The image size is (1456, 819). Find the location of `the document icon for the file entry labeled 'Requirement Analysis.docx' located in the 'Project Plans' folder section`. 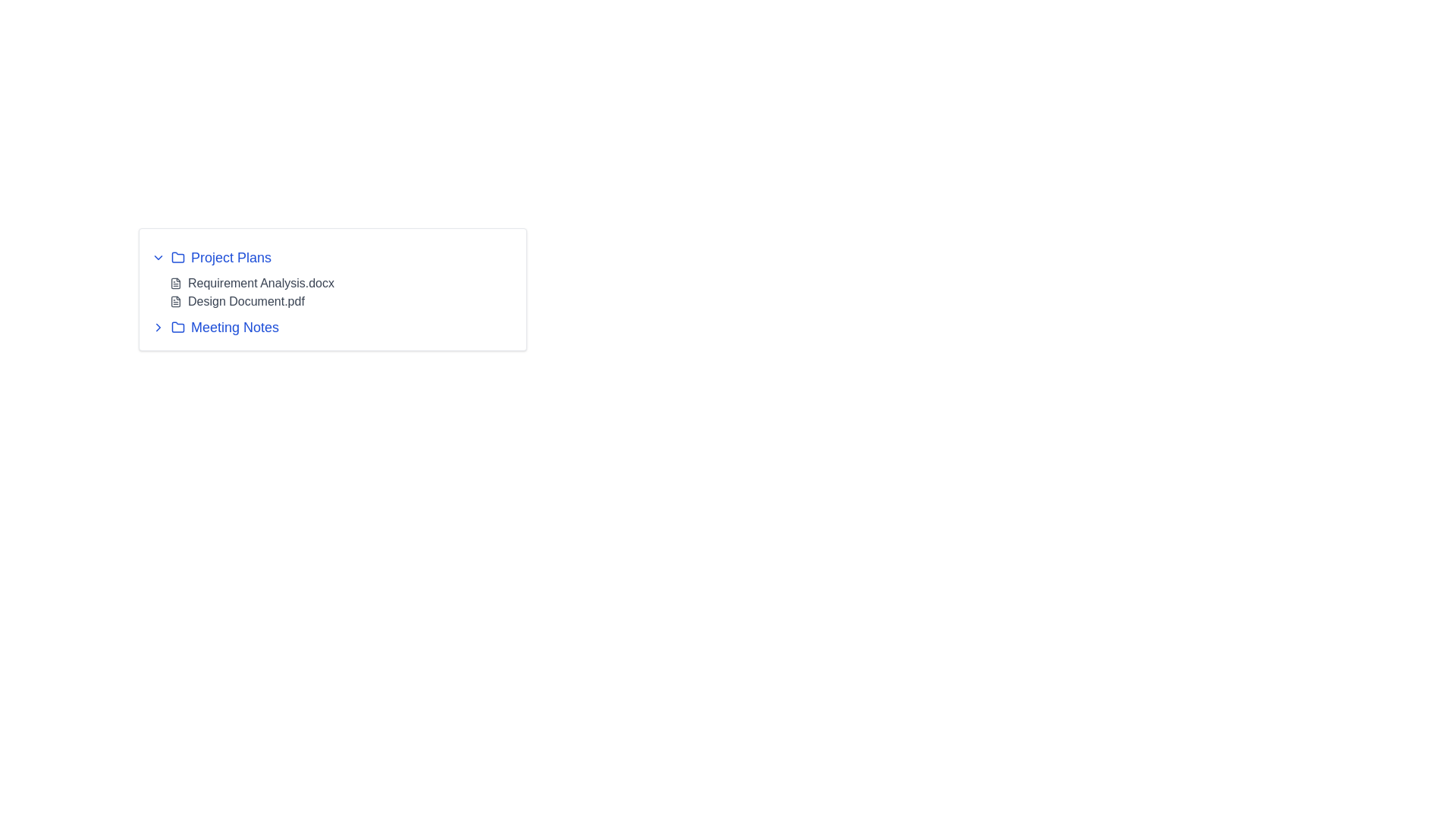

the document icon for the file entry labeled 'Requirement Analysis.docx' located in the 'Project Plans' folder section is located at coordinates (175, 284).